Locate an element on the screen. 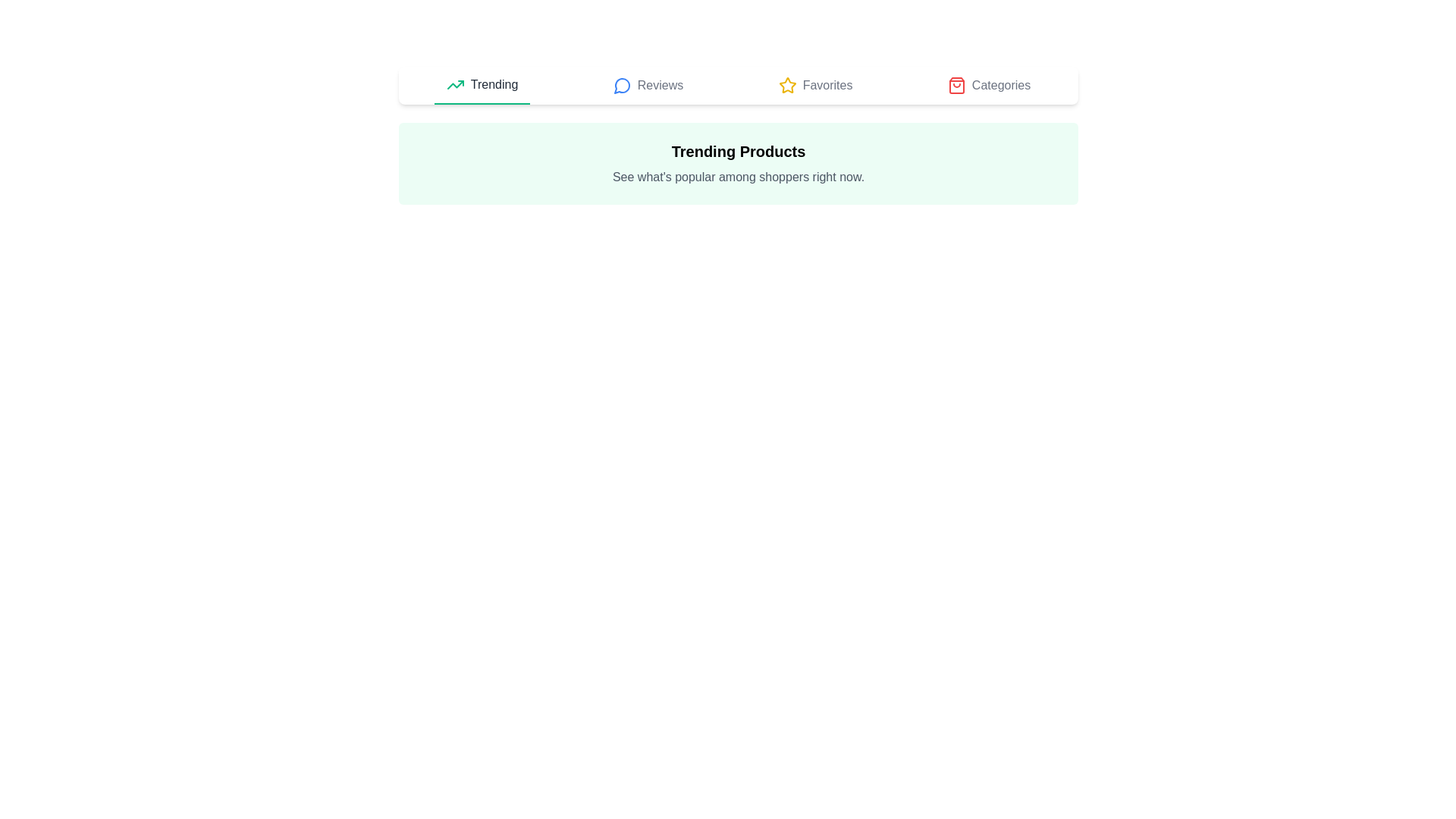  the second button in the horizontal navigation bar, which is positioned between the 'Trending' and 'Favorites' options is located at coordinates (648, 85).